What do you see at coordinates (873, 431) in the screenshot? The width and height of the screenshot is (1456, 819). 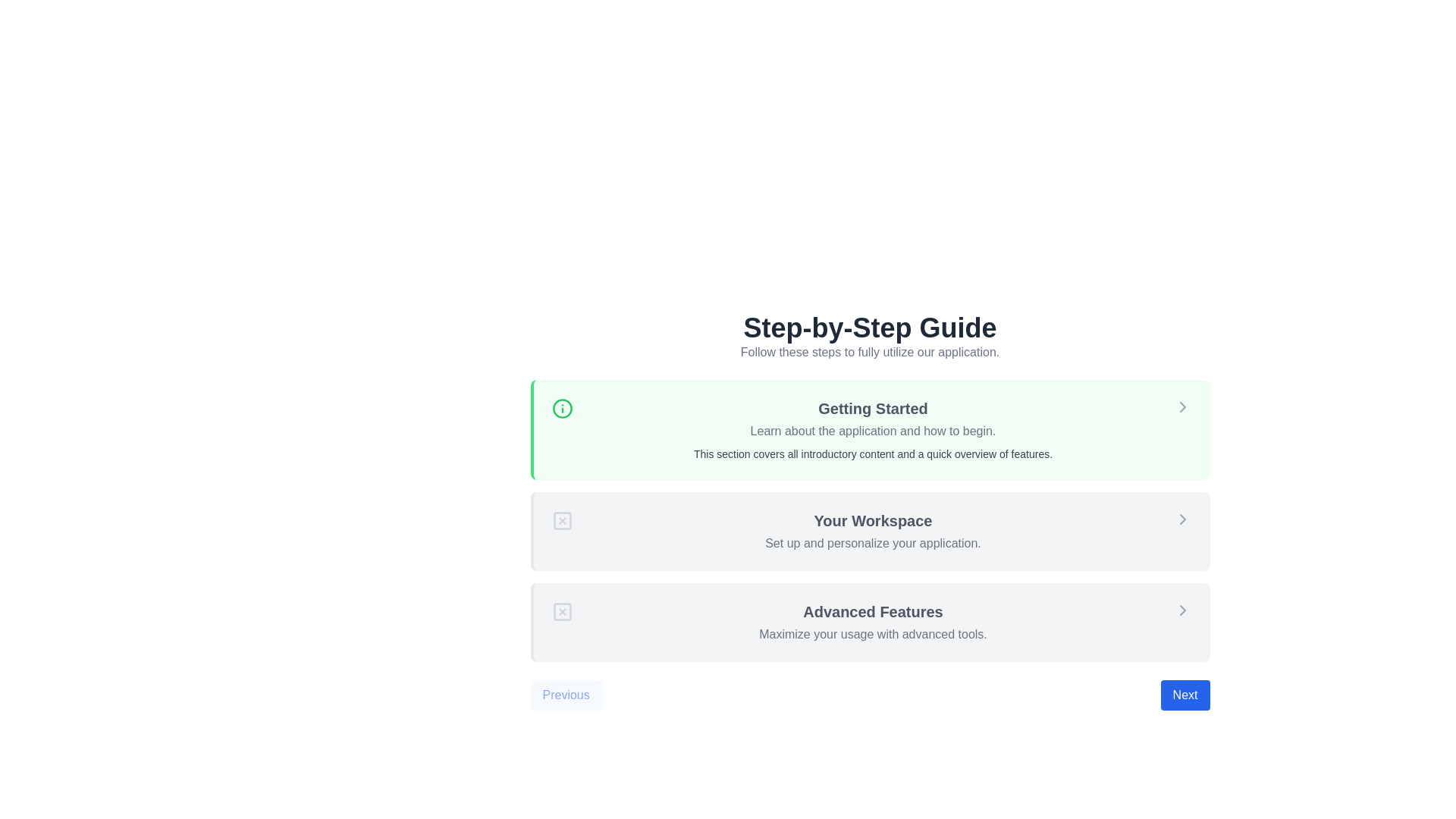 I see `text block that says 'Learn about the application and how to begin.' located in the 'Getting Started' section, styled in medium gray color, positioned below the header 'Getting Started'` at bounding box center [873, 431].